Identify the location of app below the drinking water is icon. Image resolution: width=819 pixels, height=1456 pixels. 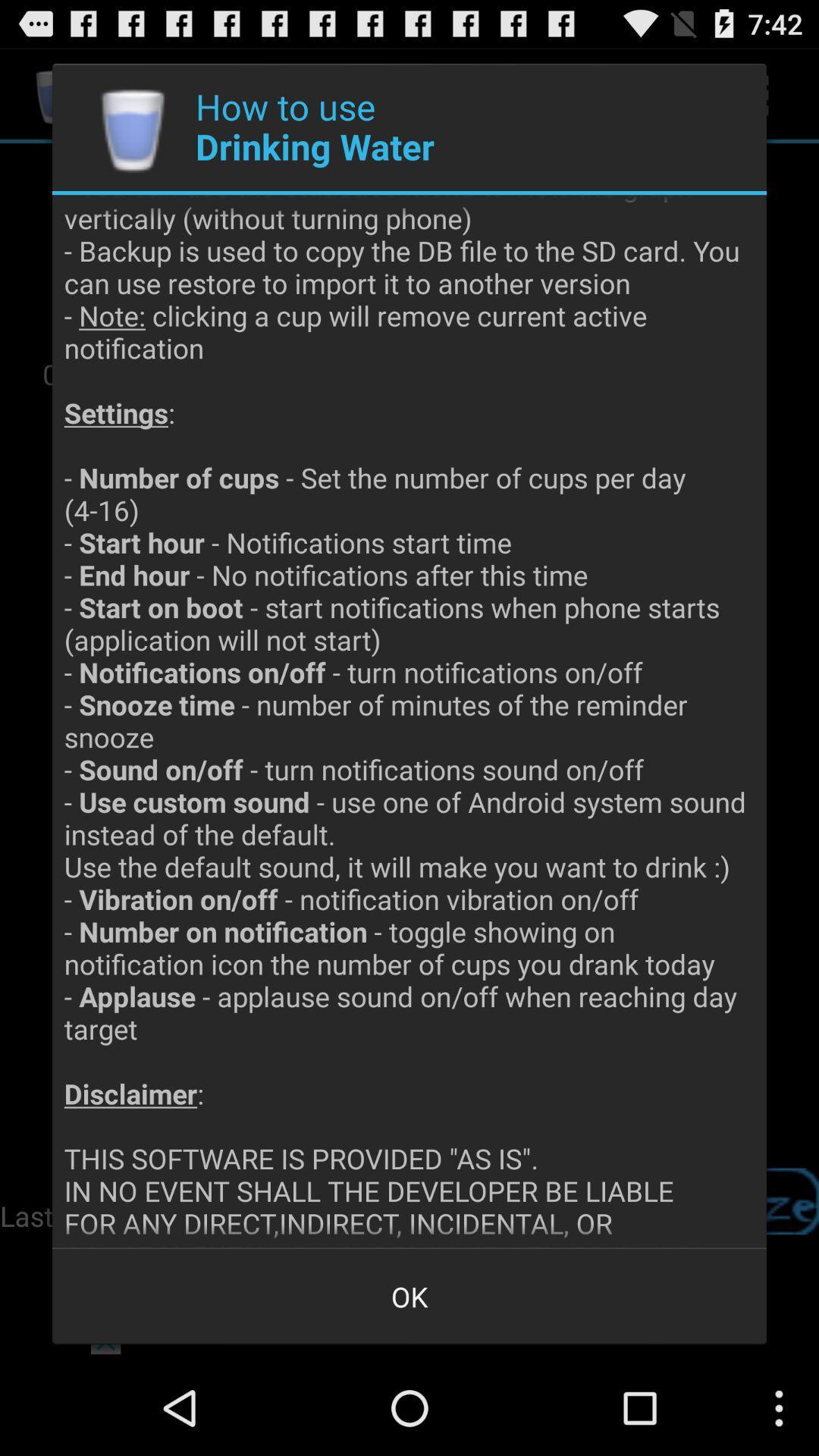
(409, 1295).